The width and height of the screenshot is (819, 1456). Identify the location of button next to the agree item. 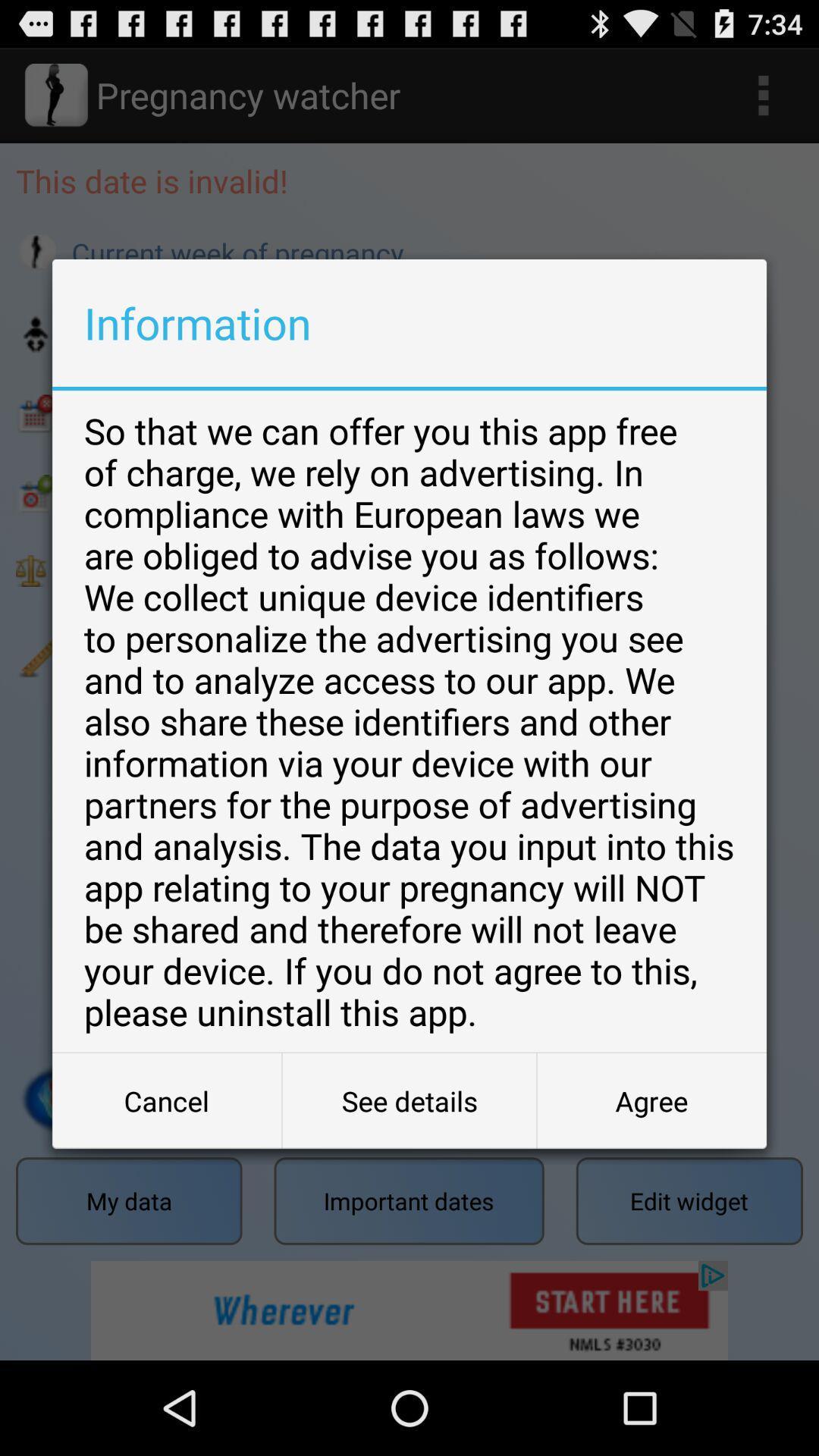
(409, 1100).